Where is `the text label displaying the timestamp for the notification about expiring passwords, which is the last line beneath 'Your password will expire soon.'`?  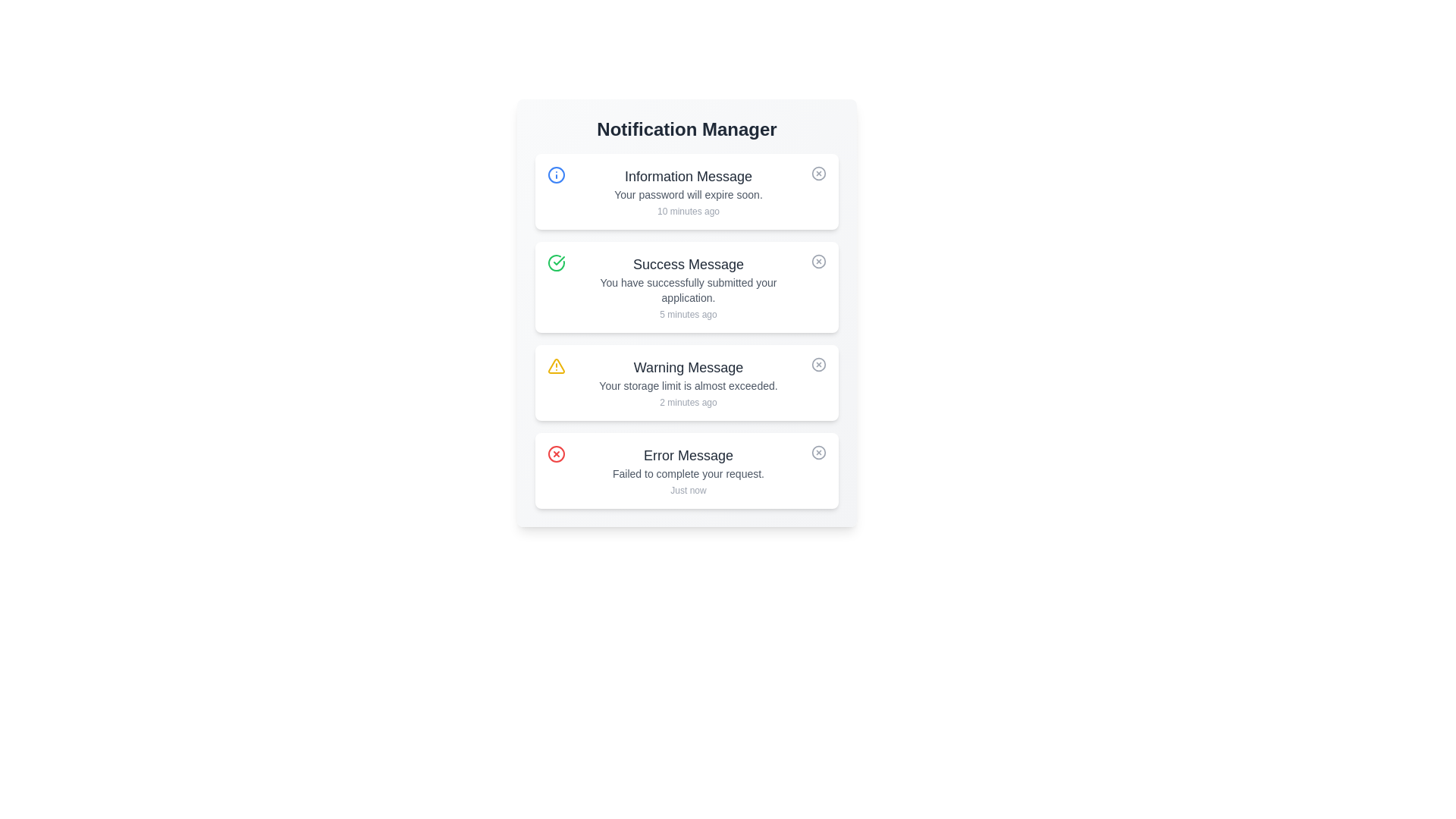 the text label displaying the timestamp for the notification about expiring passwords, which is the last line beneath 'Your password will expire soon.' is located at coordinates (687, 211).